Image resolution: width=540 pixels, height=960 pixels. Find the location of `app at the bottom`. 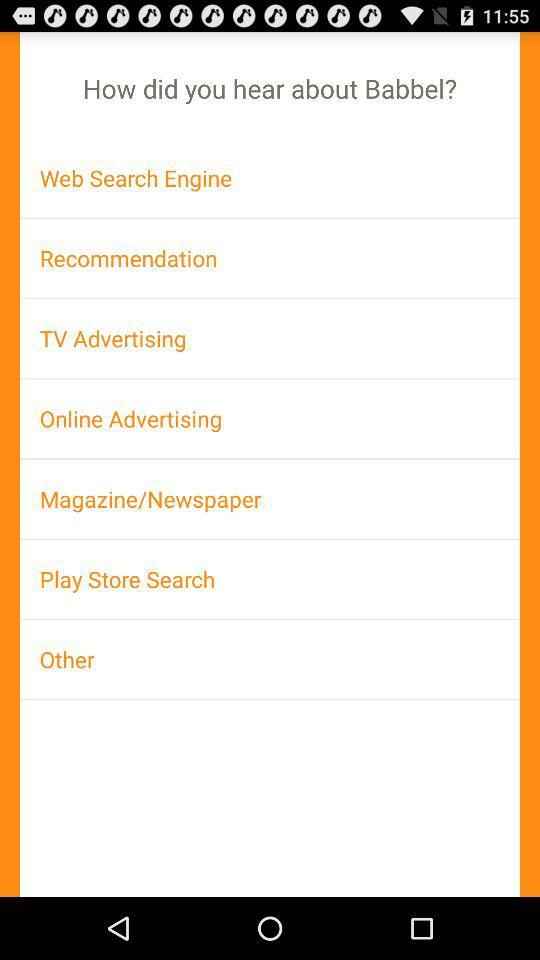

app at the bottom is located at coordinates (270, 658).